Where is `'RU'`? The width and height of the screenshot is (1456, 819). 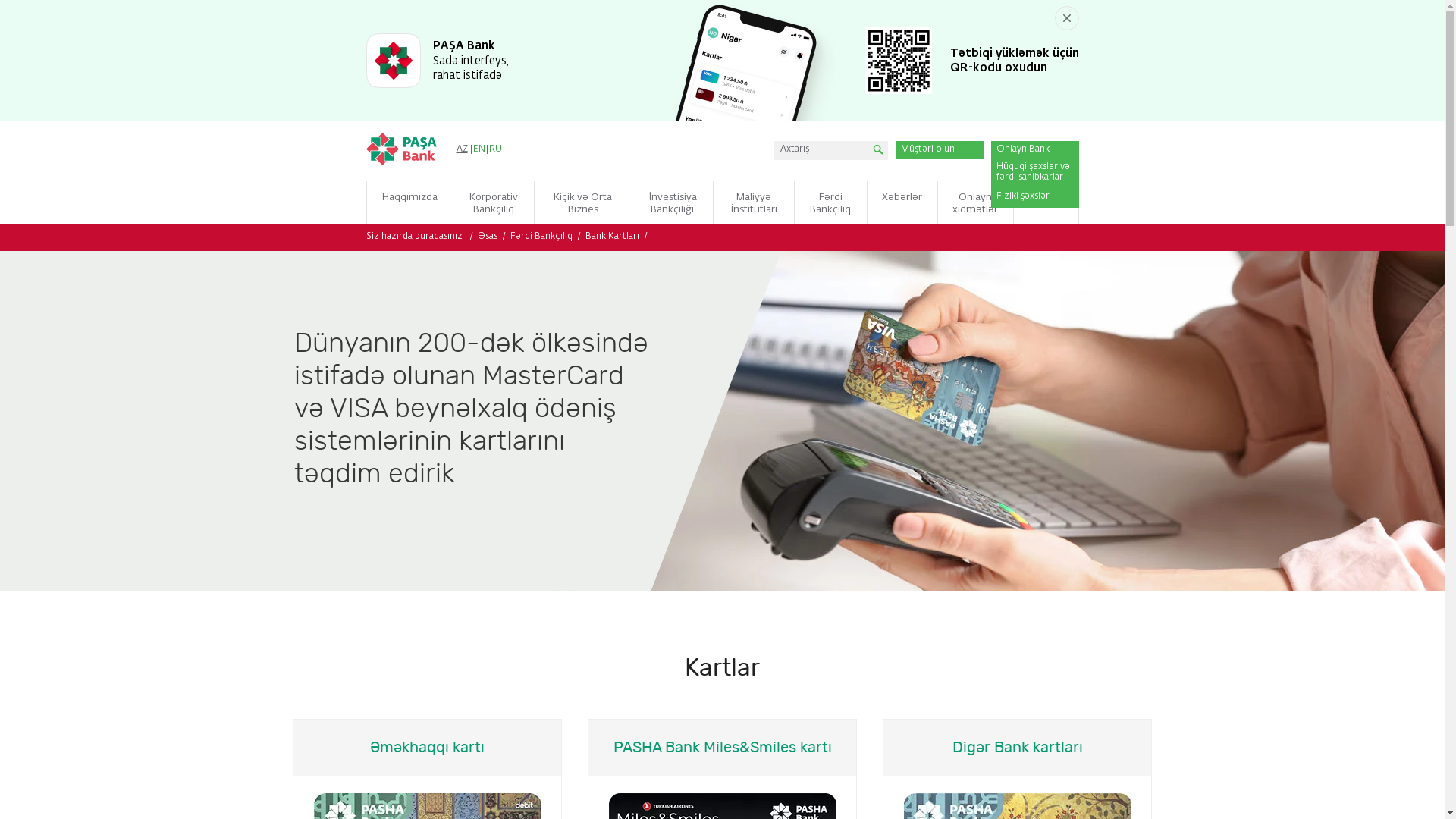 'RU' is located at coordinates (488, 149).